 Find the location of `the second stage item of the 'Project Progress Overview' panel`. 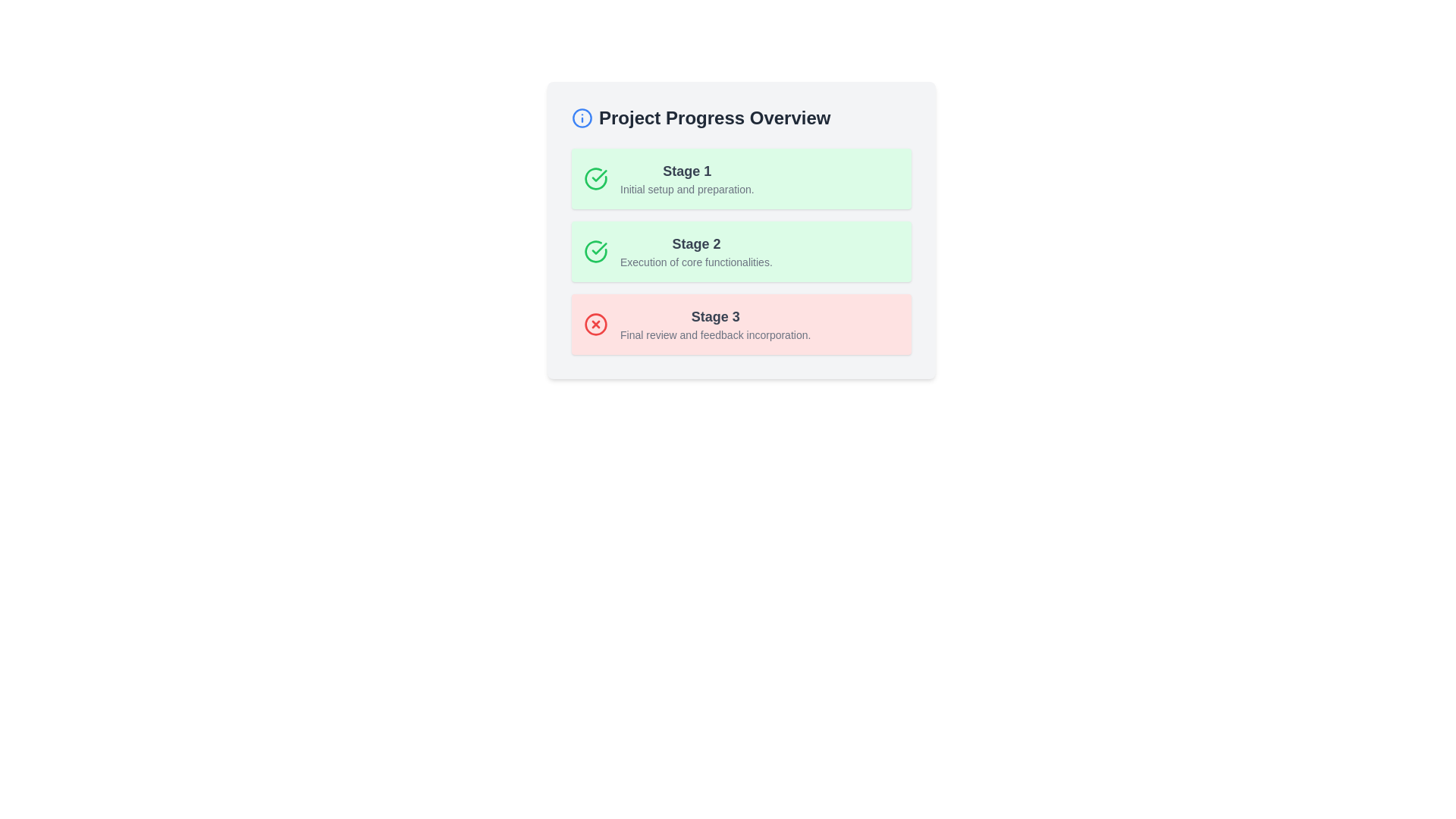

the second stage item of the 'Project Progress Overview' panel is located at coordinates (742, 231).